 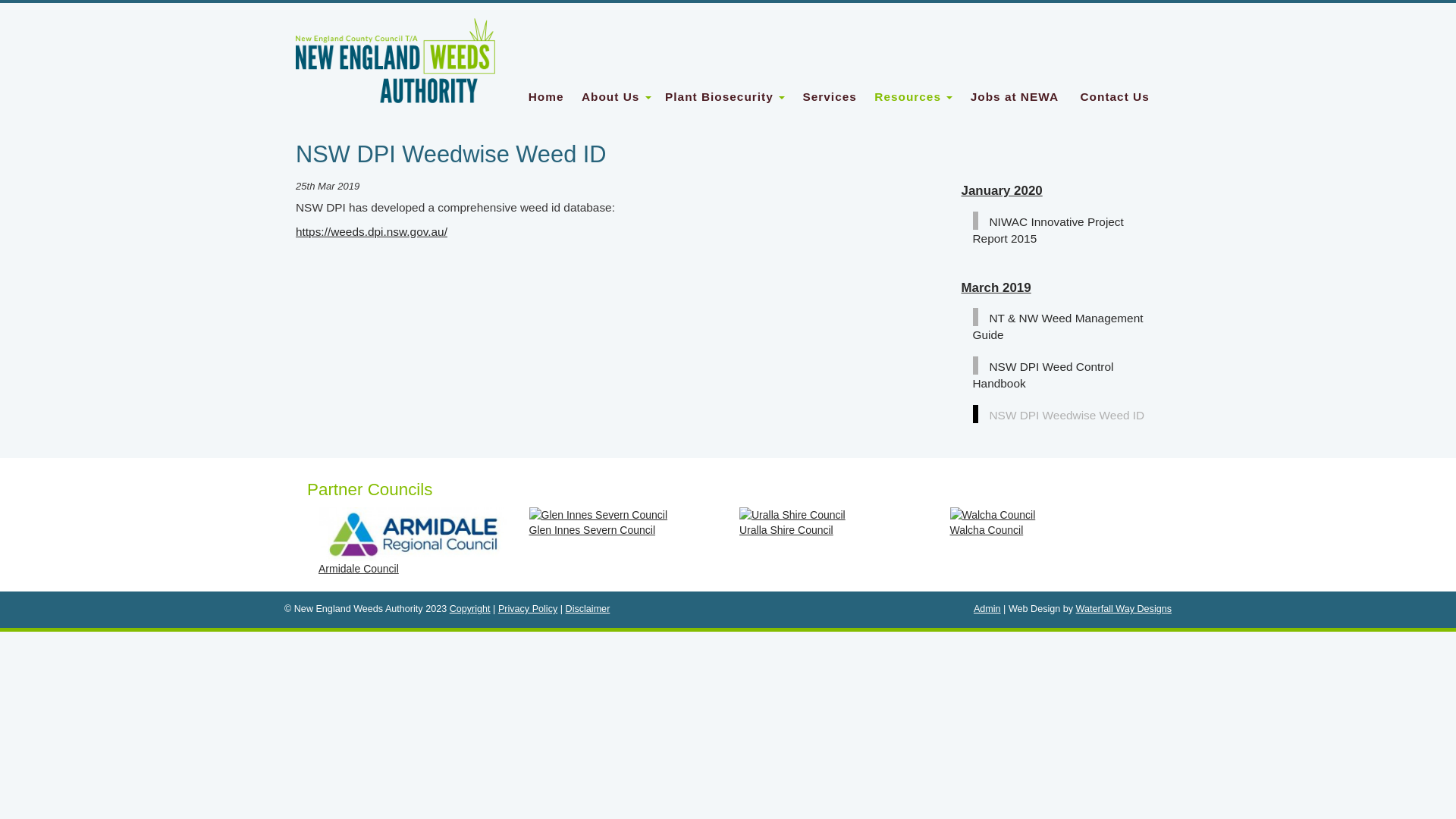 I want to click on 'Jobs at NEWA', so click(x=1014, y=96).